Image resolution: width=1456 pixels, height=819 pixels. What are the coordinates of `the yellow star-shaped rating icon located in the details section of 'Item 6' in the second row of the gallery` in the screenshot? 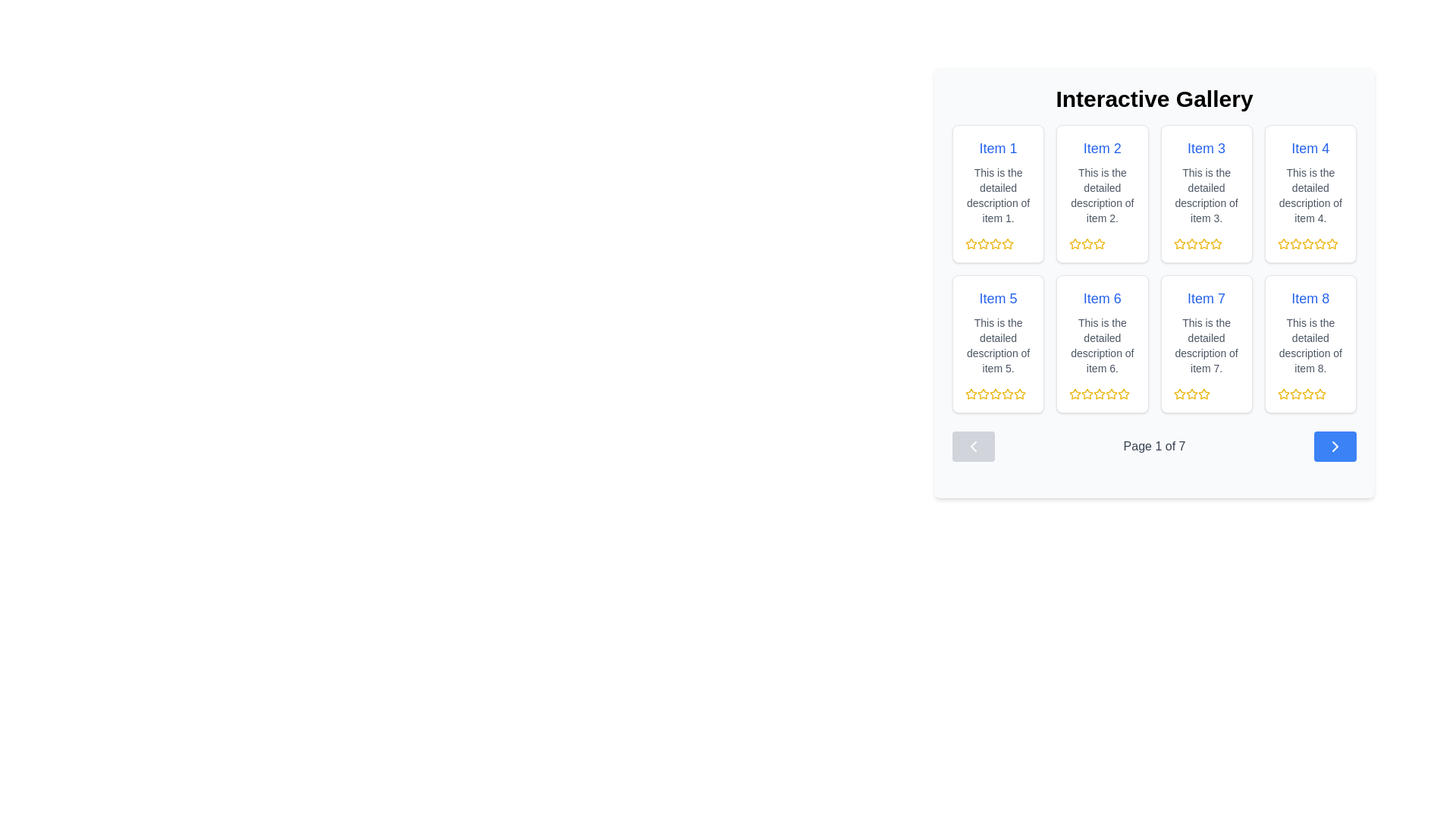 It's located at (1075, 394).